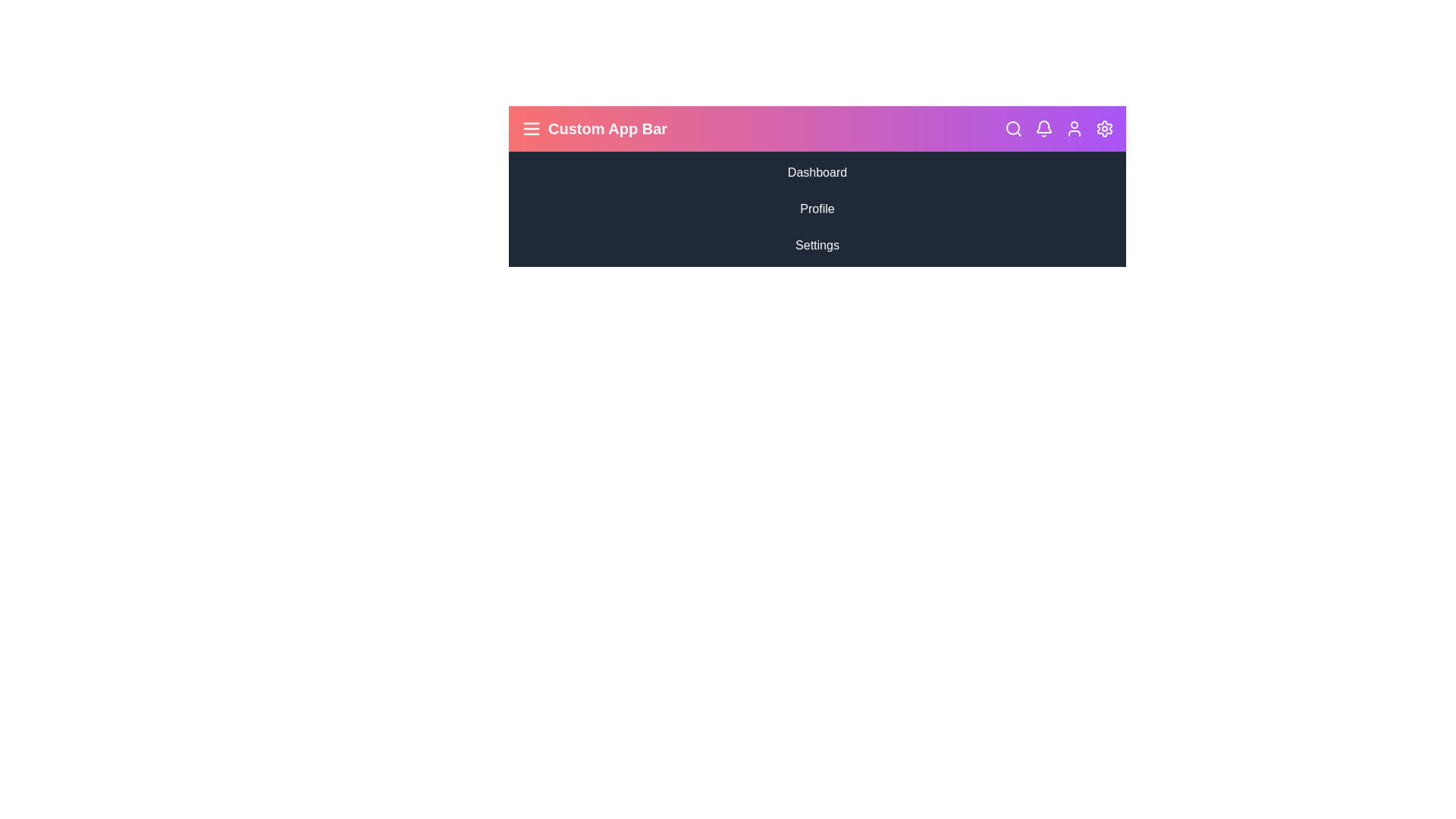 Image resolution: width=1456 pixels, height=819 pixels. What do you see at coordinates (531, 127) in the screenshot?
I see `the menu icon to toggle the sidebar visibility` at bounding box center [531, 127].